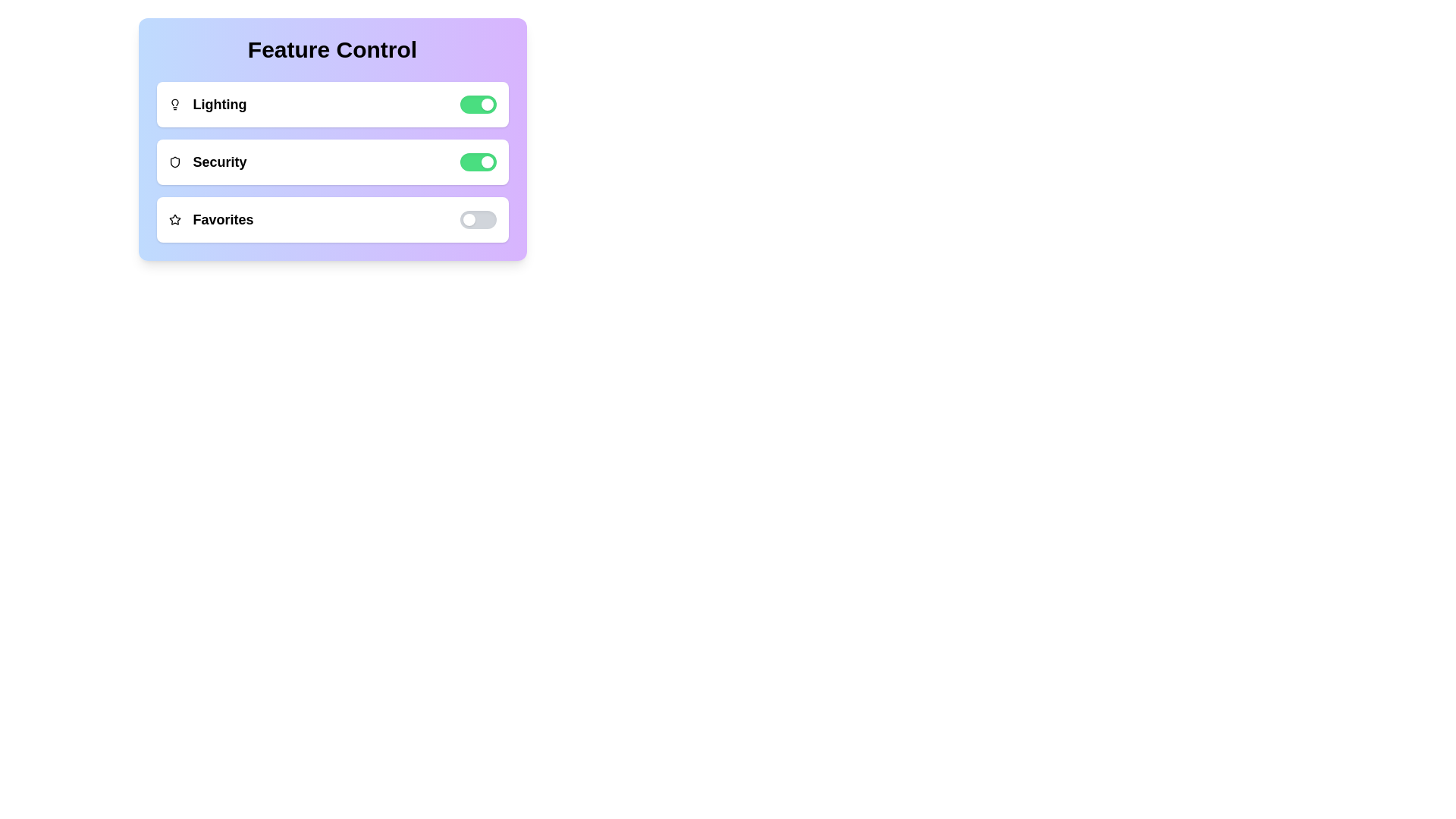 The height and width of the screenshot is (819, 1456). Describe the element at coordinates (477, 104) in the screenshot. I see `toggle button for the lighting setting to change its state` at that location.